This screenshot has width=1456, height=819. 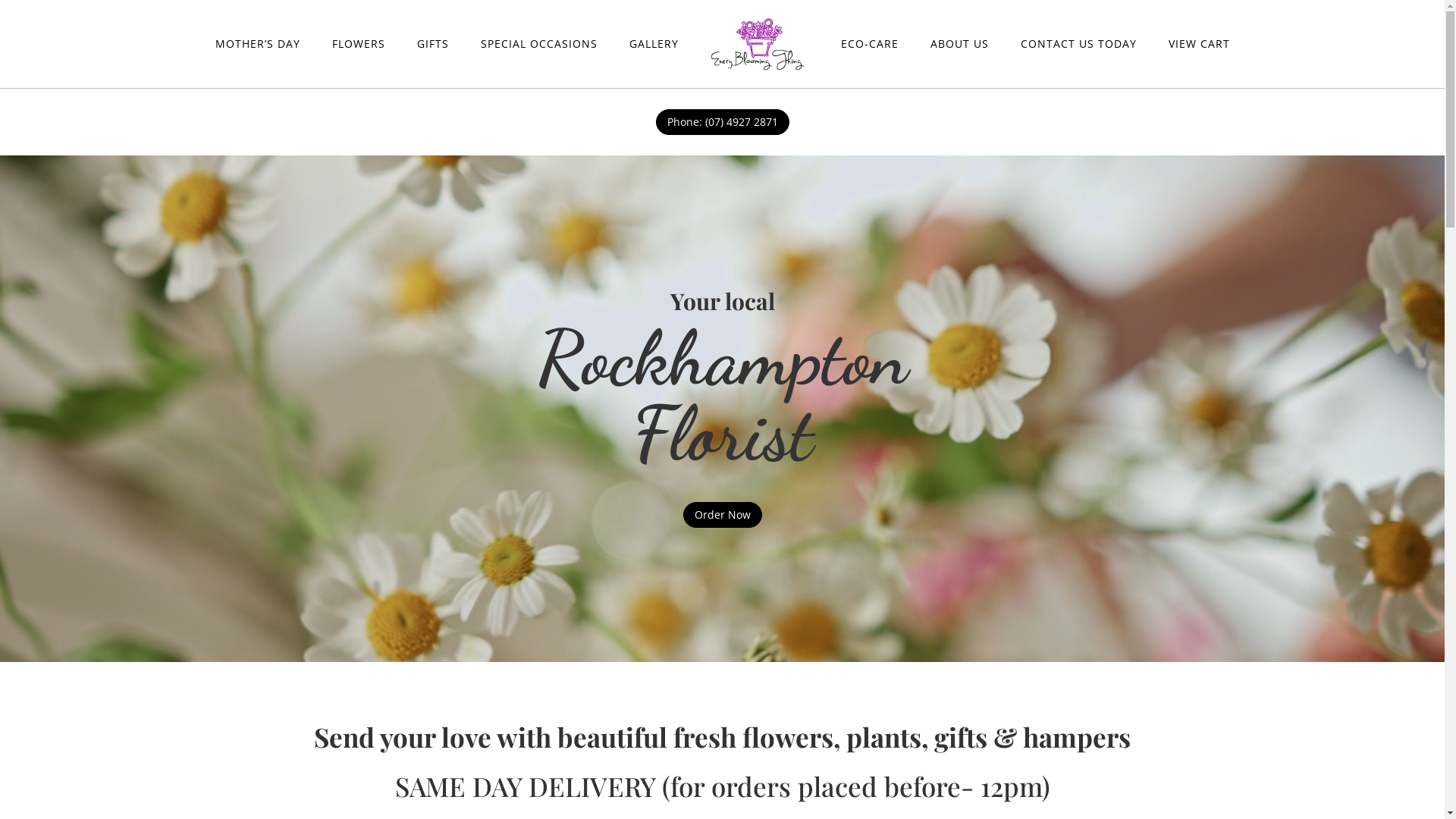 I want to click on 'CONTACT US TODAY', so click(x=1078, y=42).